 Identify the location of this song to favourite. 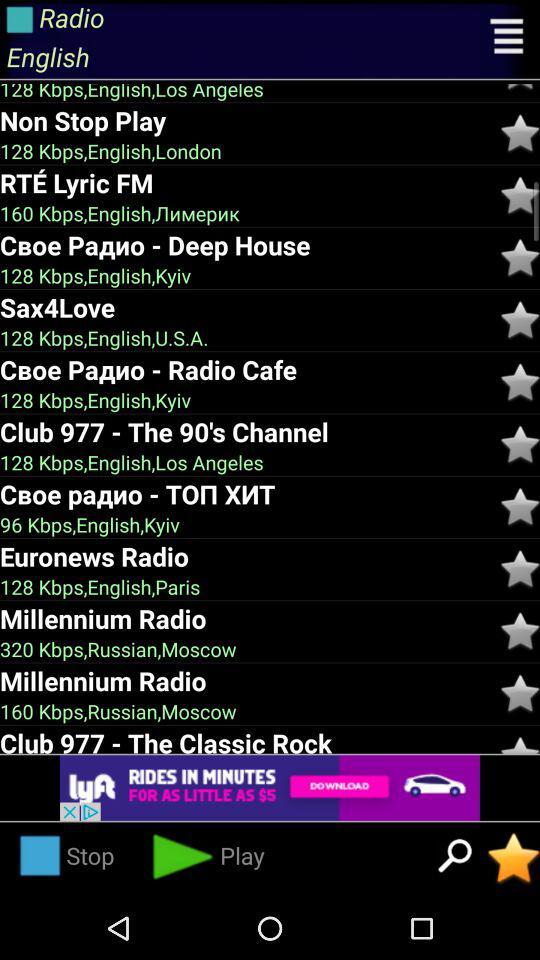
(520, 381).